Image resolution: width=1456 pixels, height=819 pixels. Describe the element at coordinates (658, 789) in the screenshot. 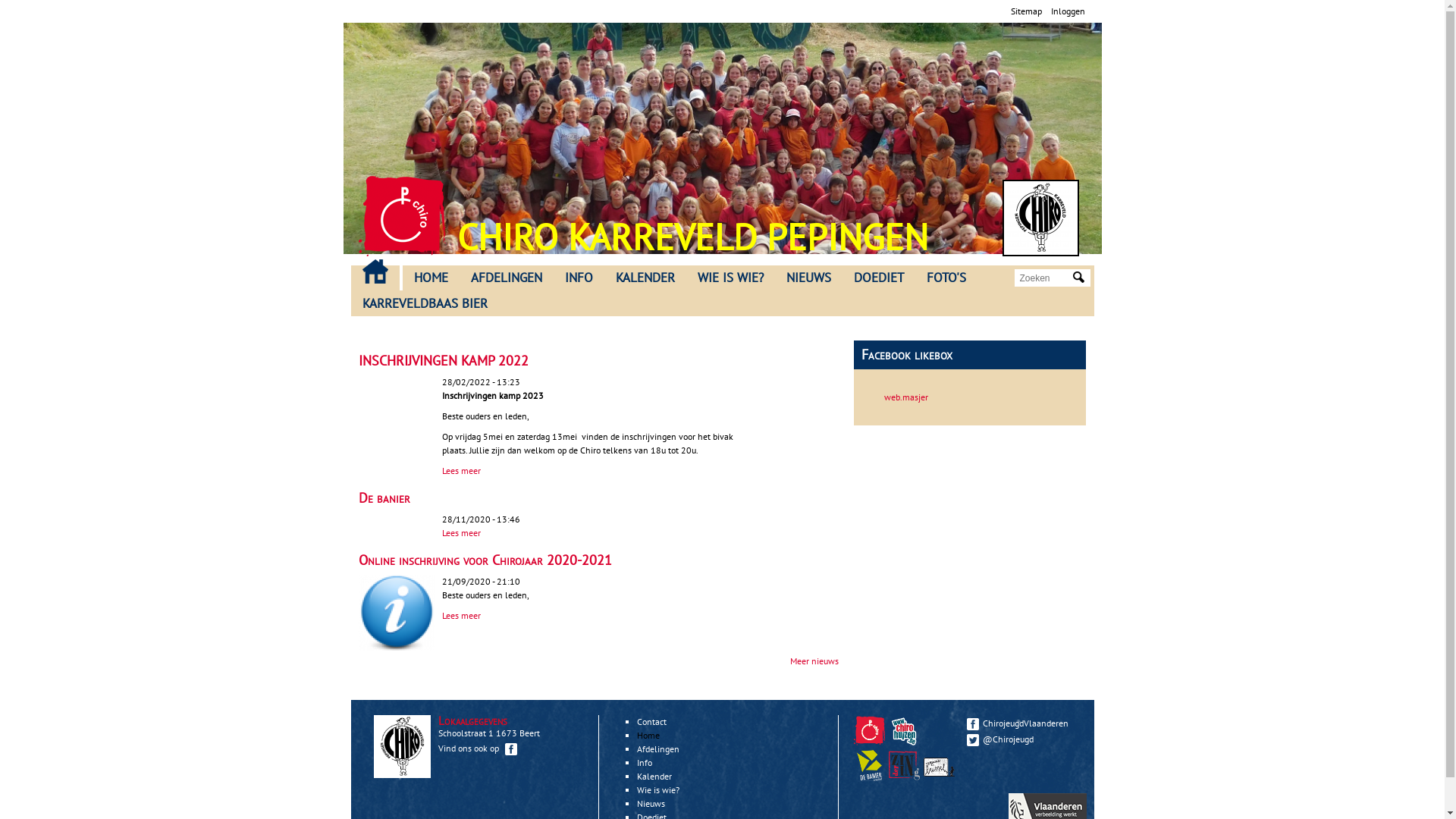

I see `'Wie is wie?'` at that location.